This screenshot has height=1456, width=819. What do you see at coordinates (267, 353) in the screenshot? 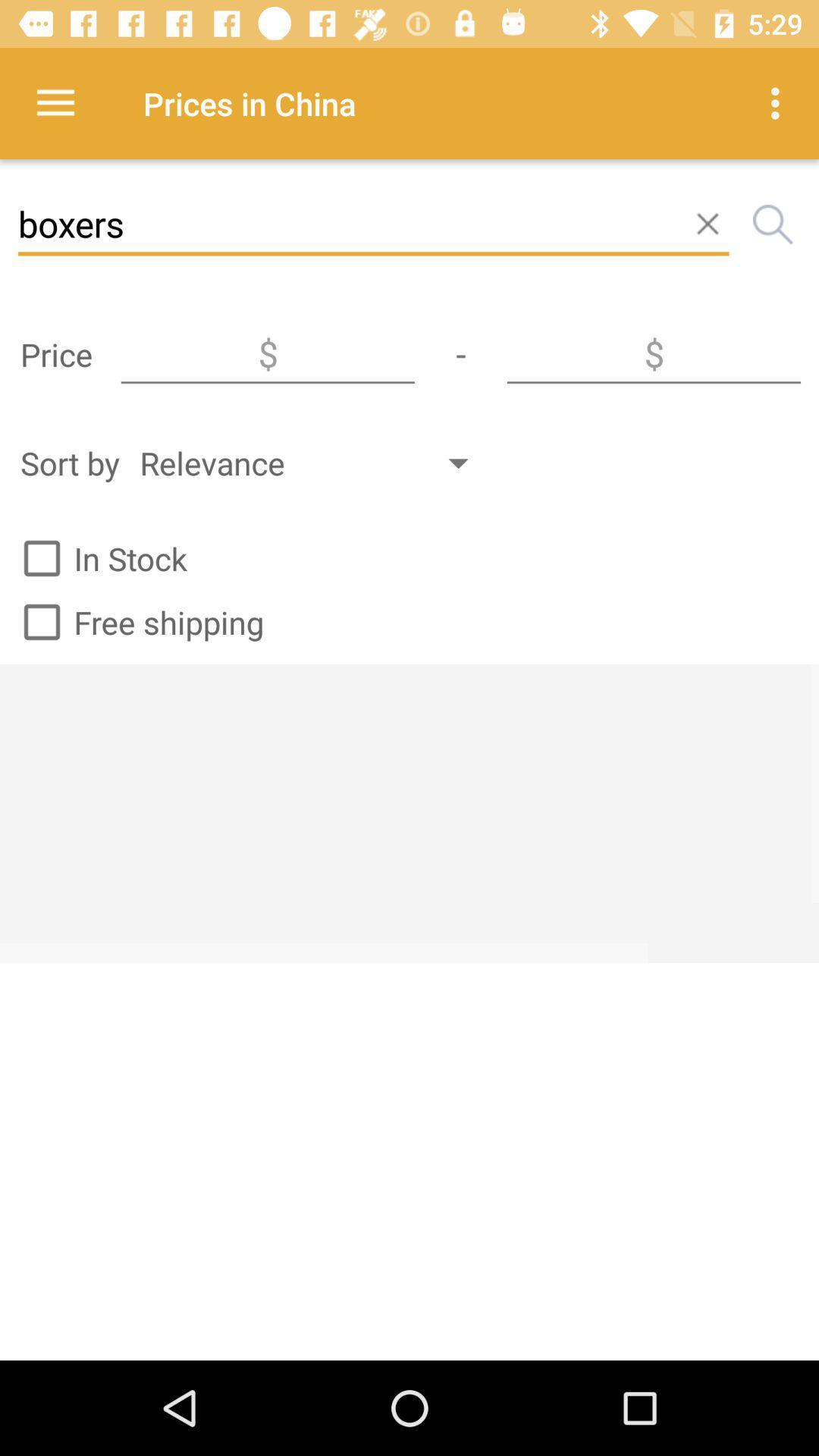
I see `the icon below boxers item` at bounding box center [267, 353].